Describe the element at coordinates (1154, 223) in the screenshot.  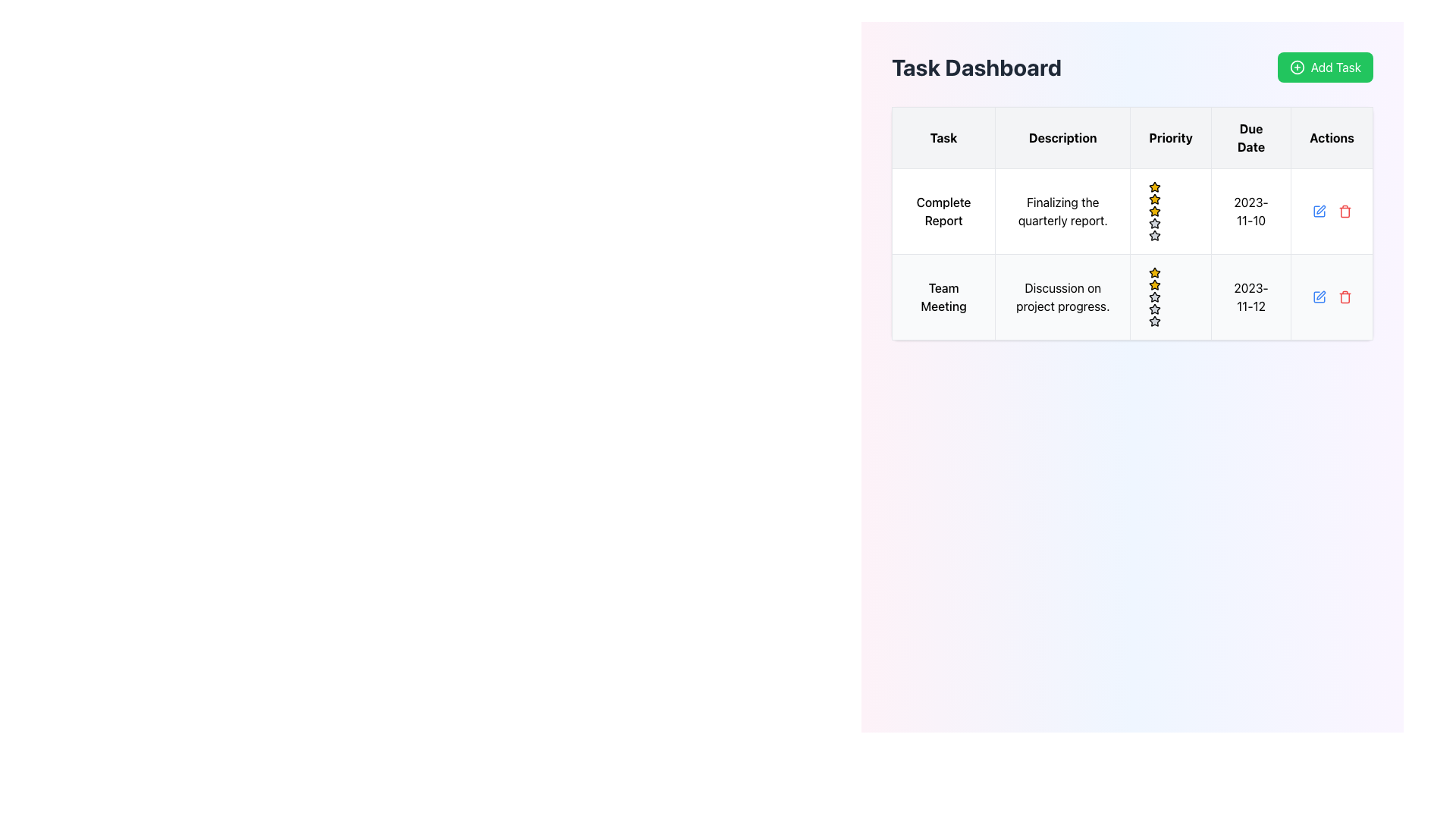
I see `the fifth star icon in the vertical group of stars in the 'Priority' column, located in the second row of the table` at that location.